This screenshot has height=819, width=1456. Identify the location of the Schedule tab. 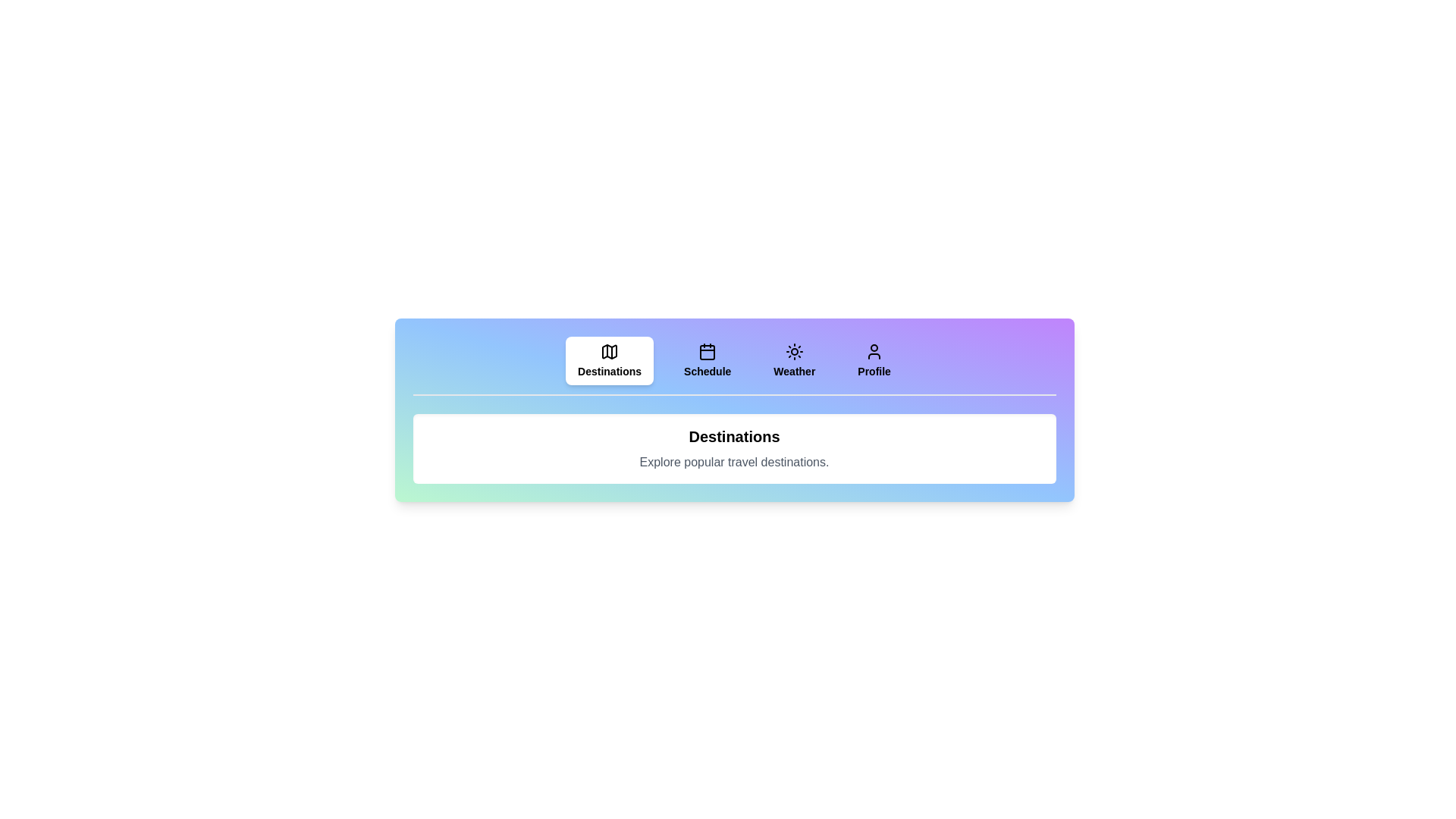
(707, 360).